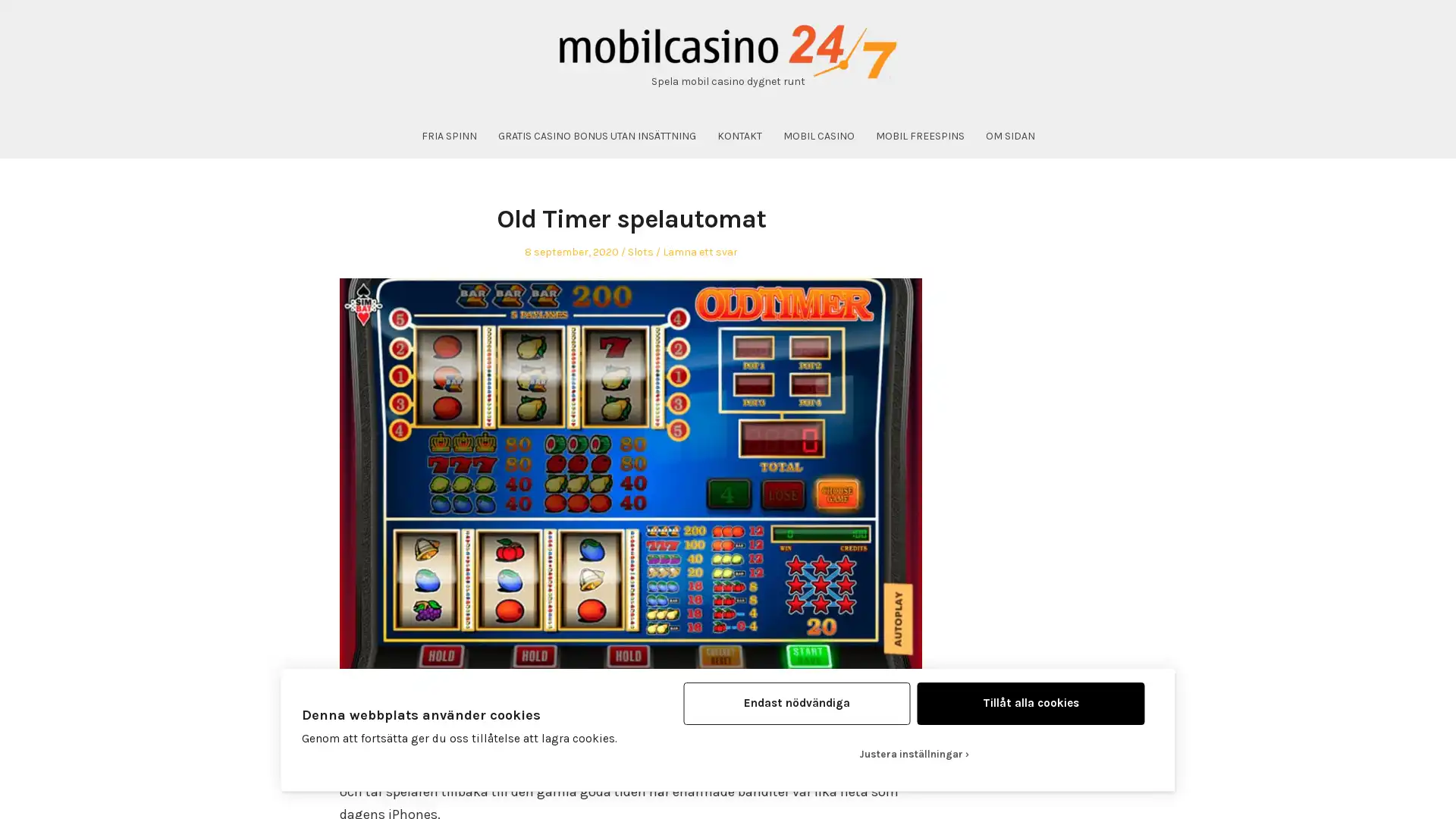  Describe the element at coordinates (1030, 702) in the screenshot. I see `Tillat alla cookies` at that location.